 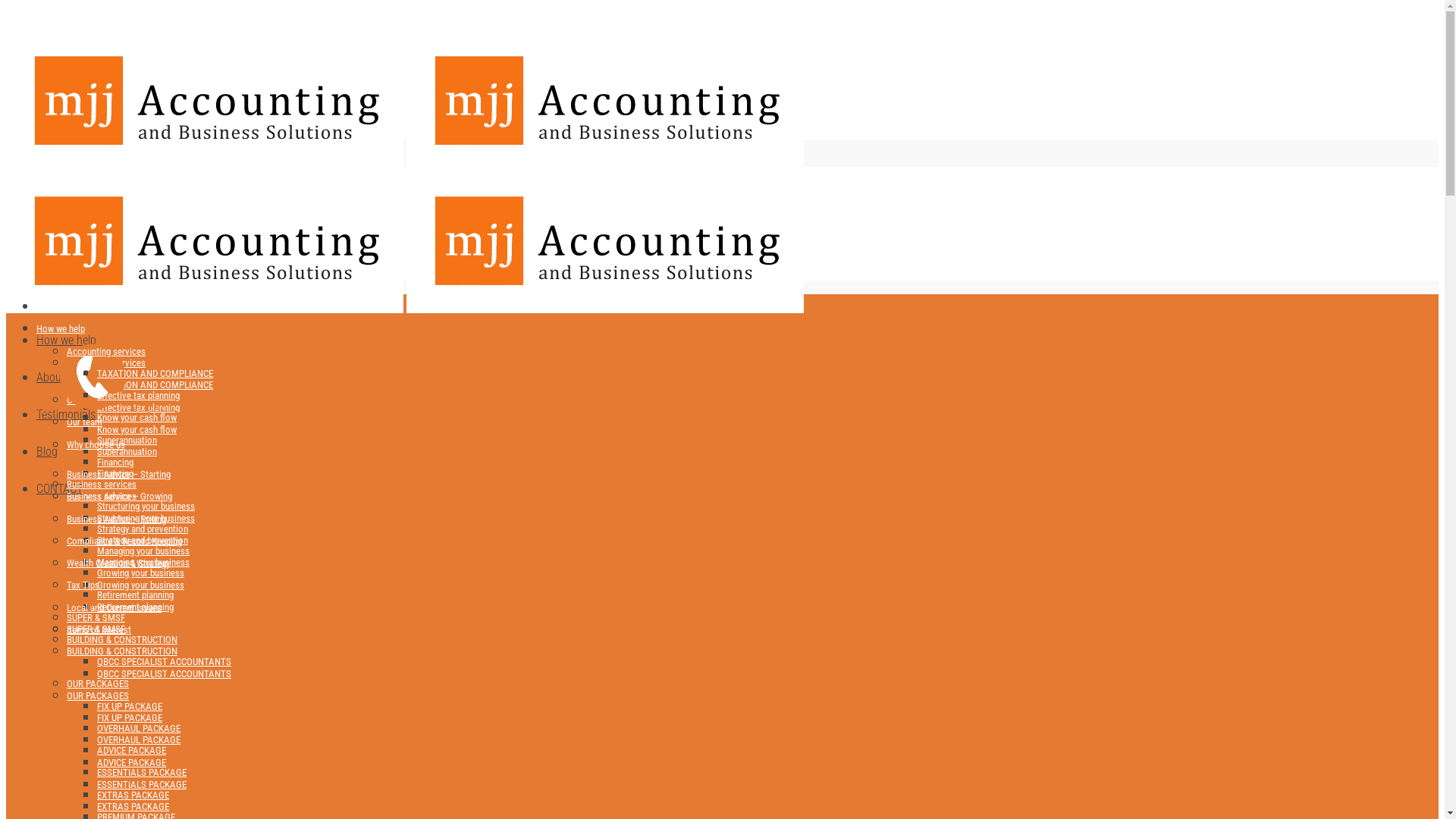 I want to click on '07 5451 1118', so click(x=130, y=406).